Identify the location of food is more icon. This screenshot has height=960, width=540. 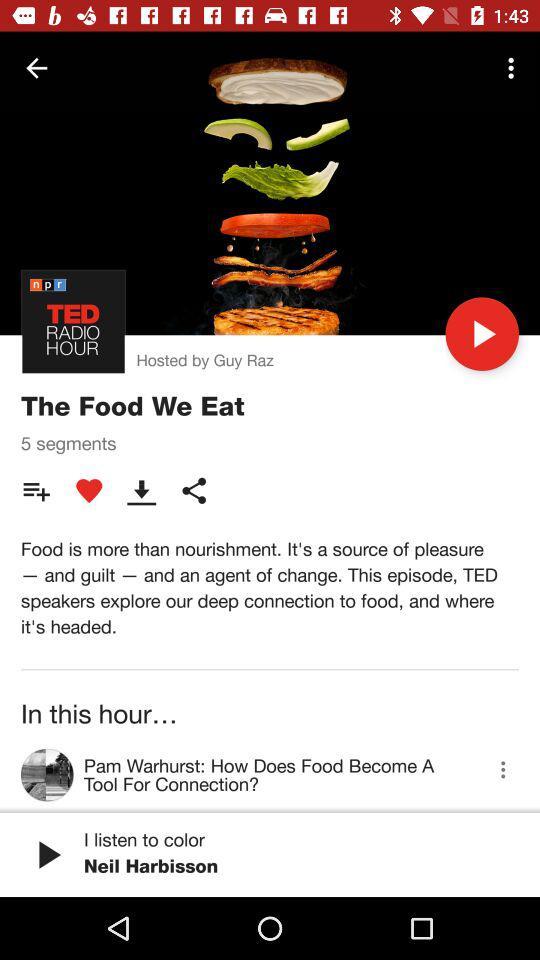
(270, 587).